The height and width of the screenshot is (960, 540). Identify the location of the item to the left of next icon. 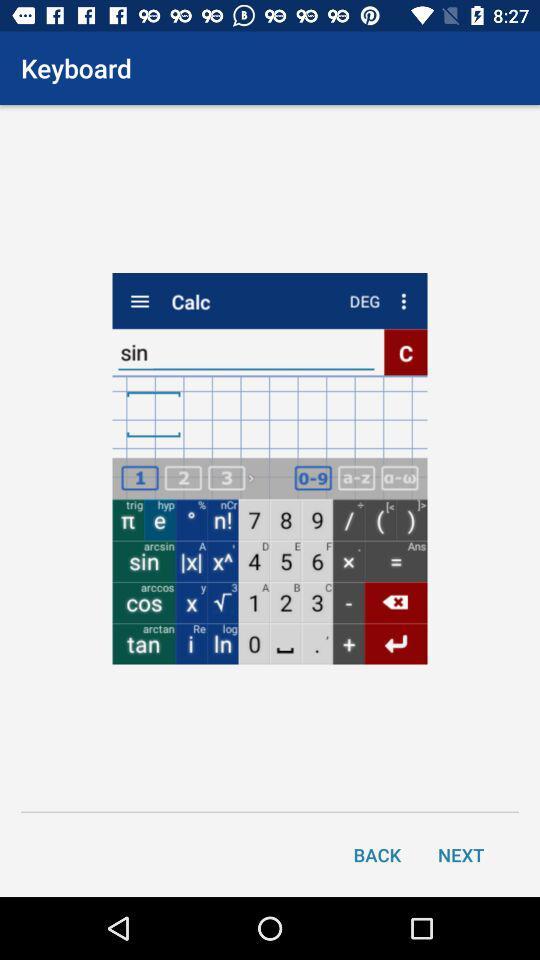
(377, 853).